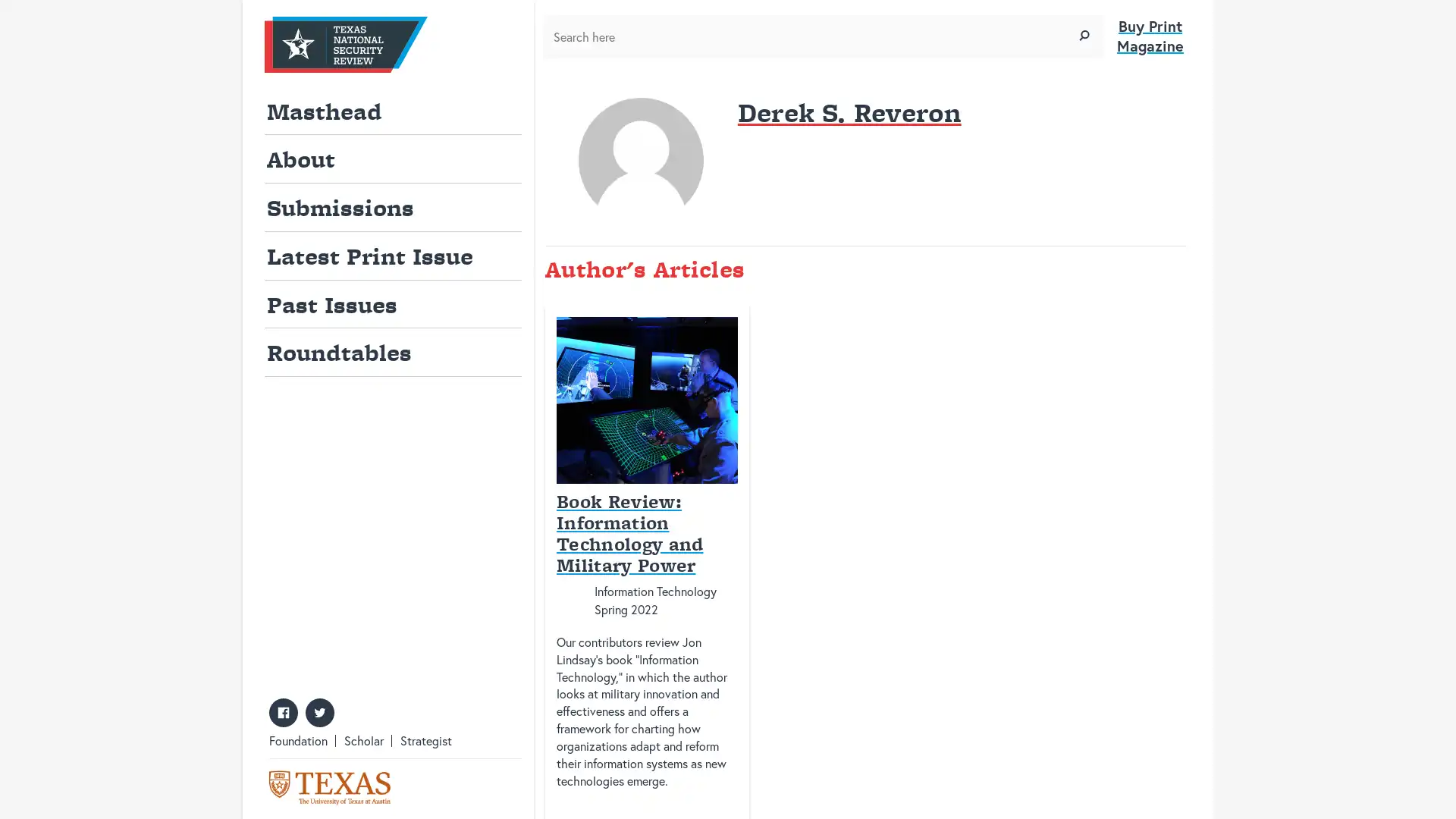 This screenshot has width=1456, height=819. What do you see at coordinates (1084, 35) in the screenshot?
I see `zoom` at bounding box center [1084, 35].